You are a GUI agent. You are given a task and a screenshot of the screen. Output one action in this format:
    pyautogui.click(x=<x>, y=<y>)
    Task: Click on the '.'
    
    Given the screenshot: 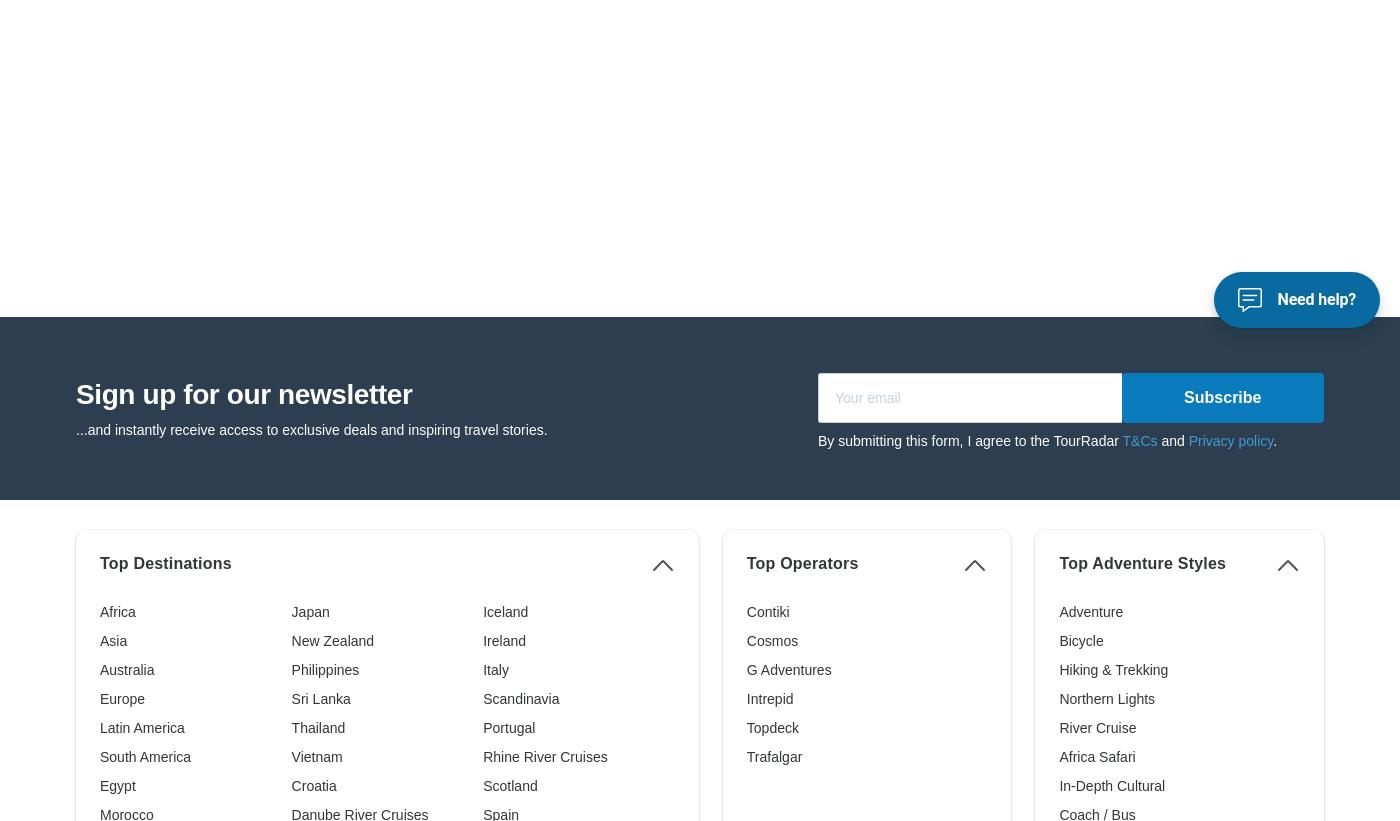 What is the action you would take?
    pyautogui.click(x=1274, y=117)
    